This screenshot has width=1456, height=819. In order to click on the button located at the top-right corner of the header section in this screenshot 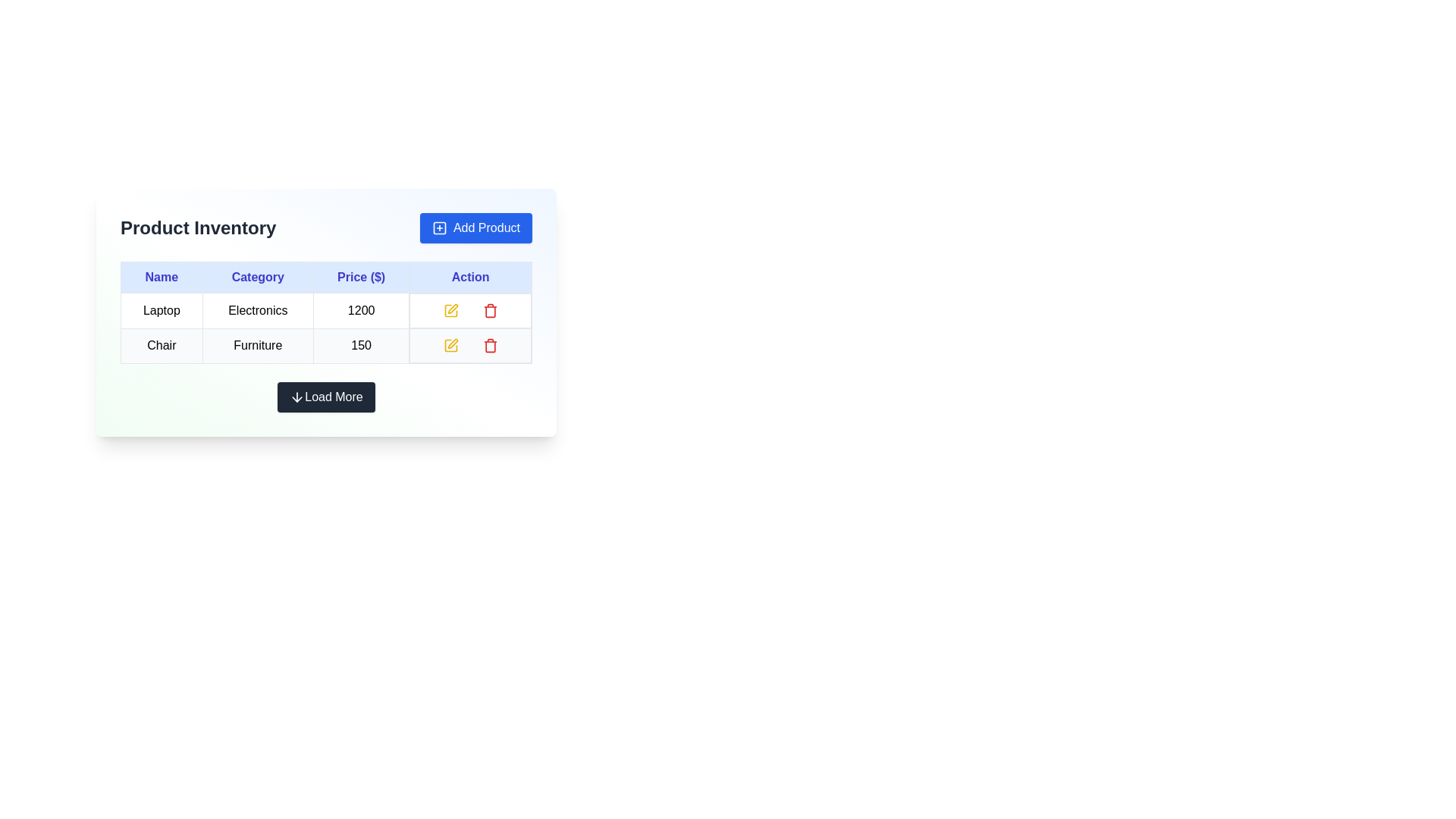, I will do `click(475, 227)`.